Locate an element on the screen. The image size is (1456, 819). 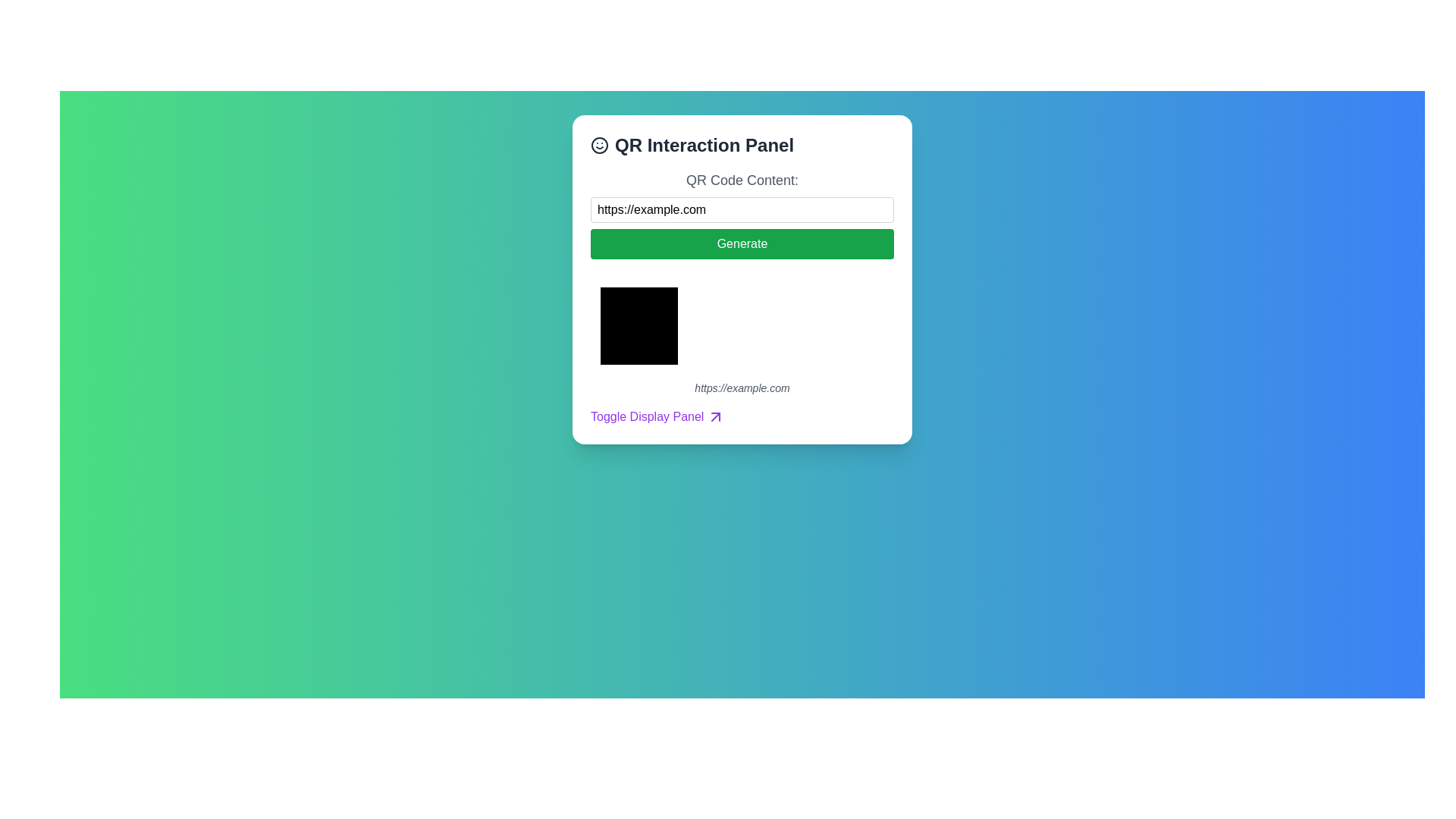
the static text displaying the URL 'https://example.com', which is positioned below a black square and below the green 'Generate' button is located at coordinates (742, 384).